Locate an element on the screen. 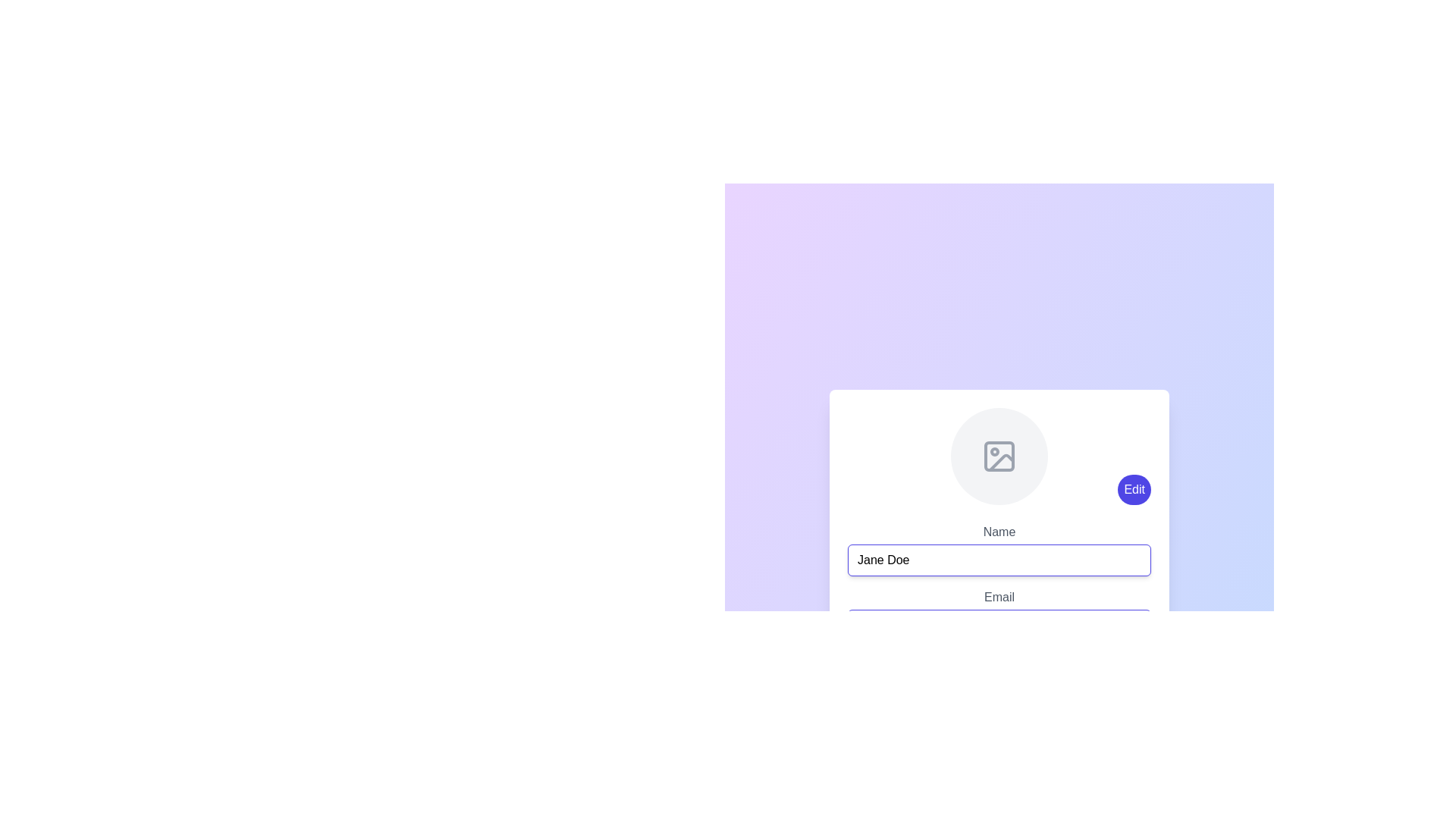  'Email' text label, which is styled with medium font weight and gray color, located below the 'Name' input box using developer tools is located at coordinates (999, 592).